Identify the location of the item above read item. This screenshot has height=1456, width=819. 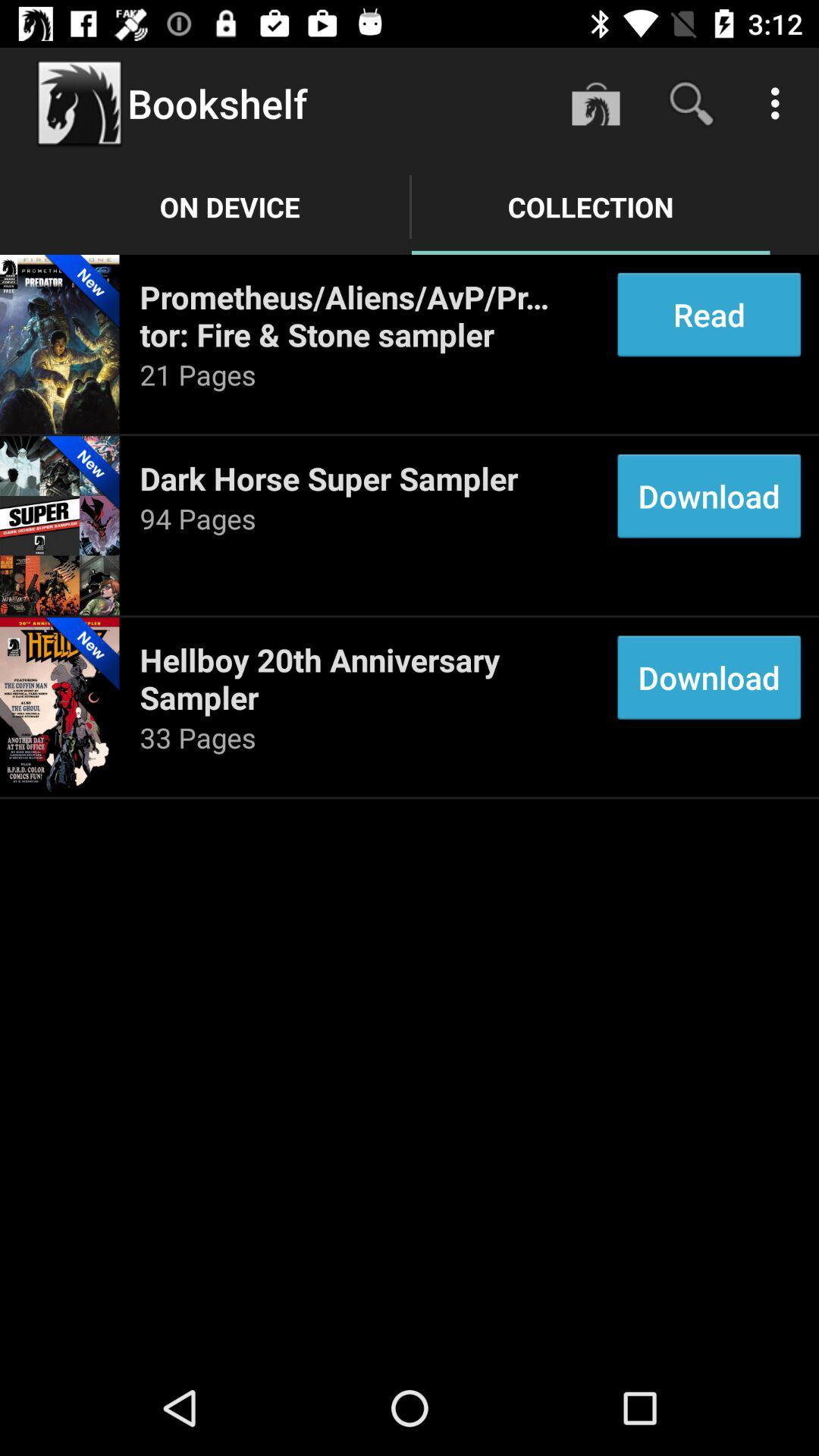
(779, 102).